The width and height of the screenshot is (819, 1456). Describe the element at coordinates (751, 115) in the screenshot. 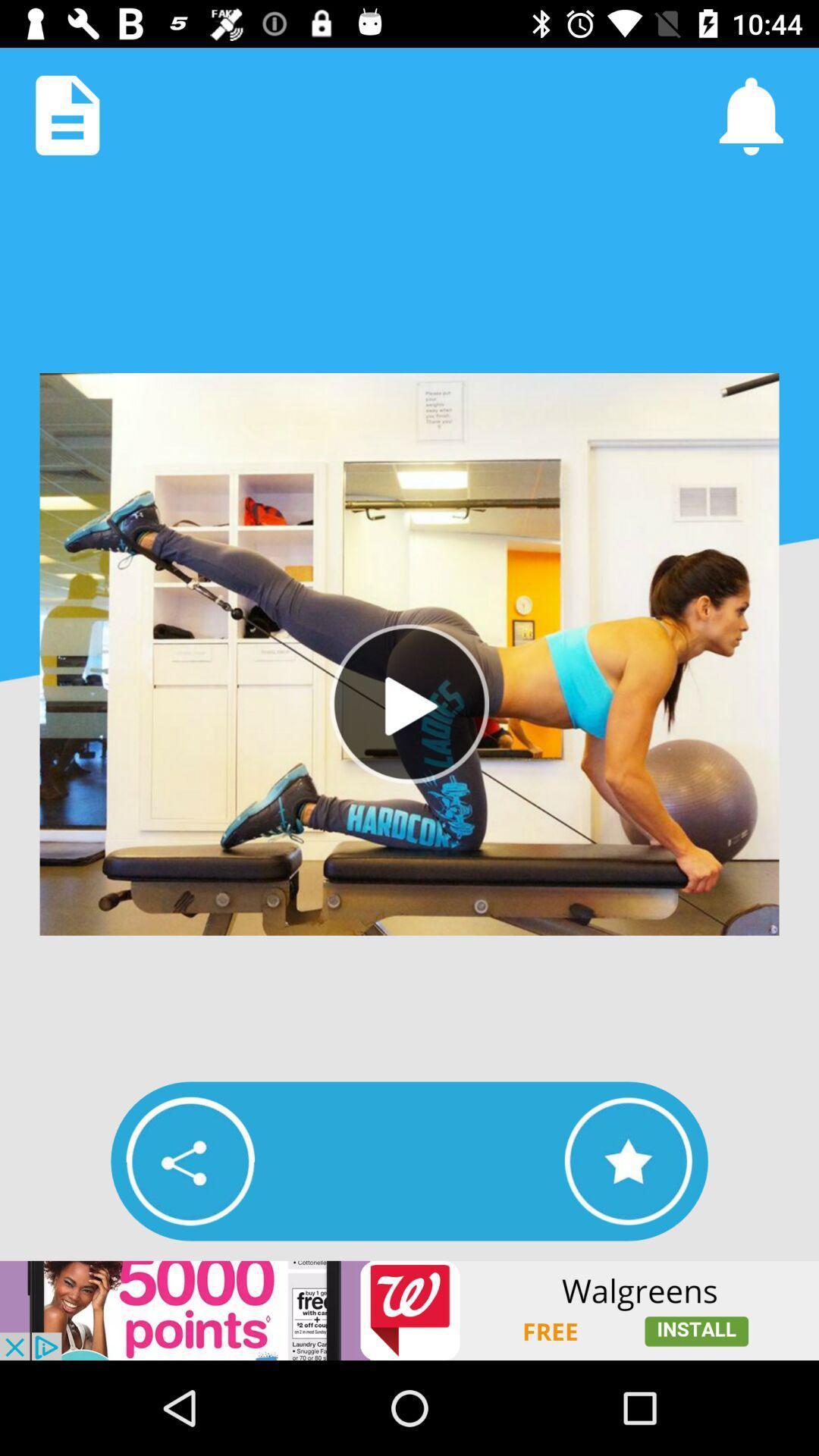

I see `the notifications icon` at that location.